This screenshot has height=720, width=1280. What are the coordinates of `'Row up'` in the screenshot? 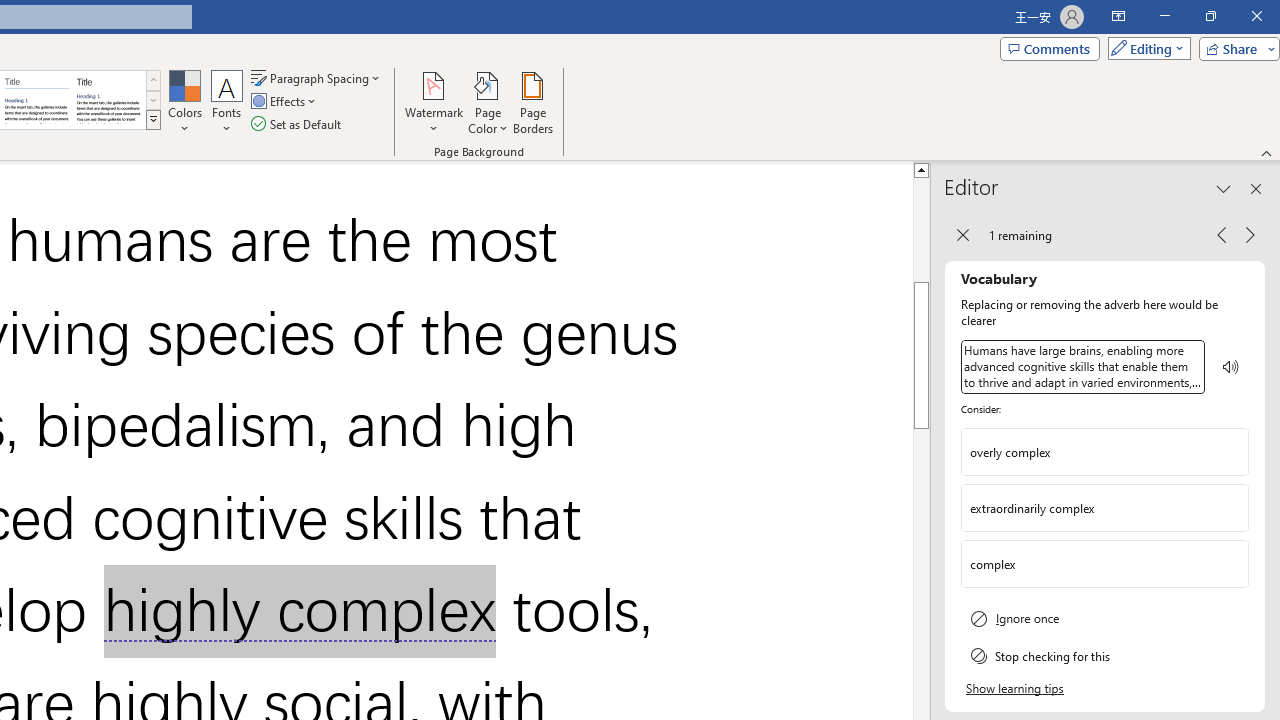 It's located at (152, 79).